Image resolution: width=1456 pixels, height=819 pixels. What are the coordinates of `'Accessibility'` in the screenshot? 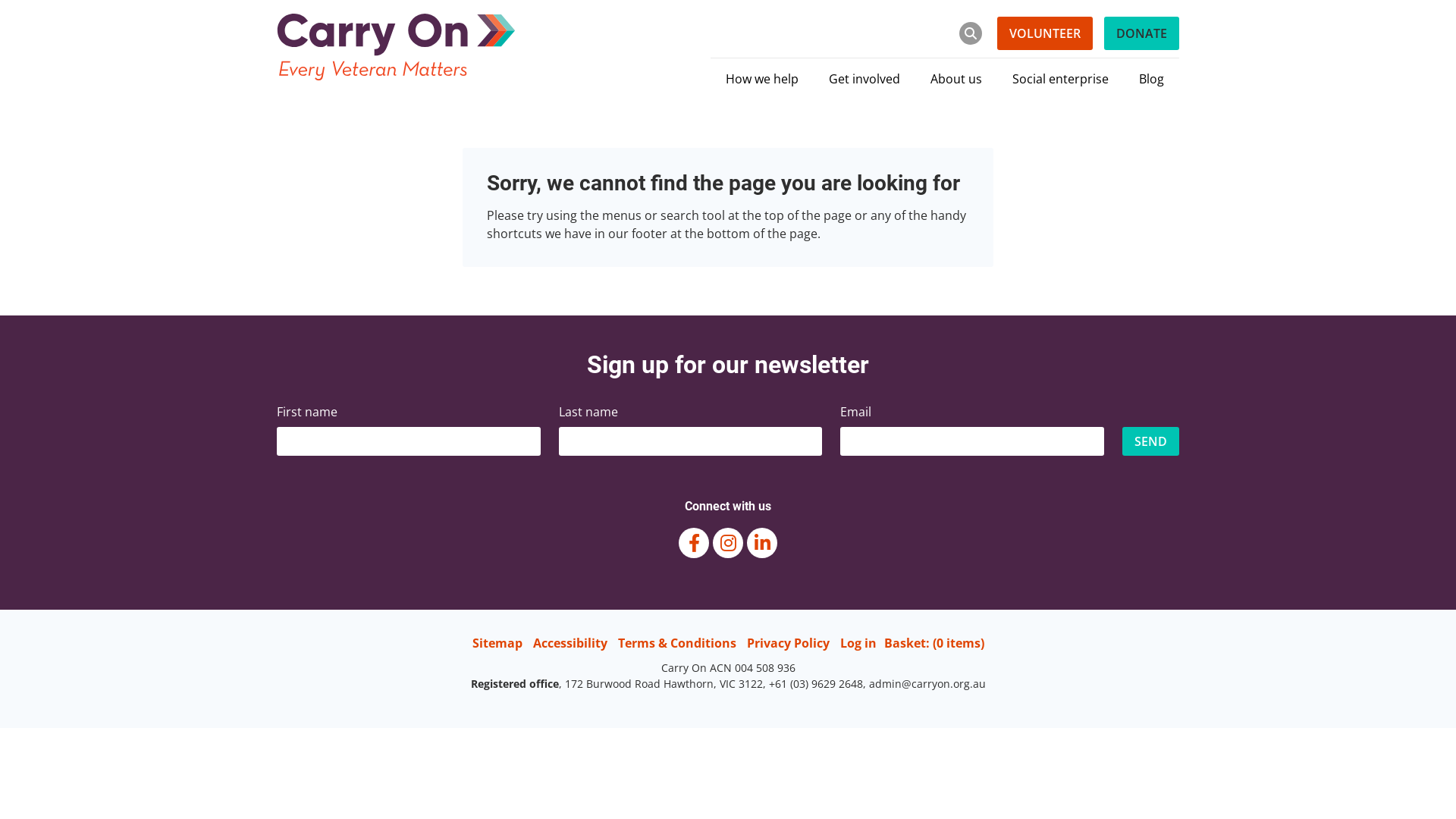 It's located at (532, 643).